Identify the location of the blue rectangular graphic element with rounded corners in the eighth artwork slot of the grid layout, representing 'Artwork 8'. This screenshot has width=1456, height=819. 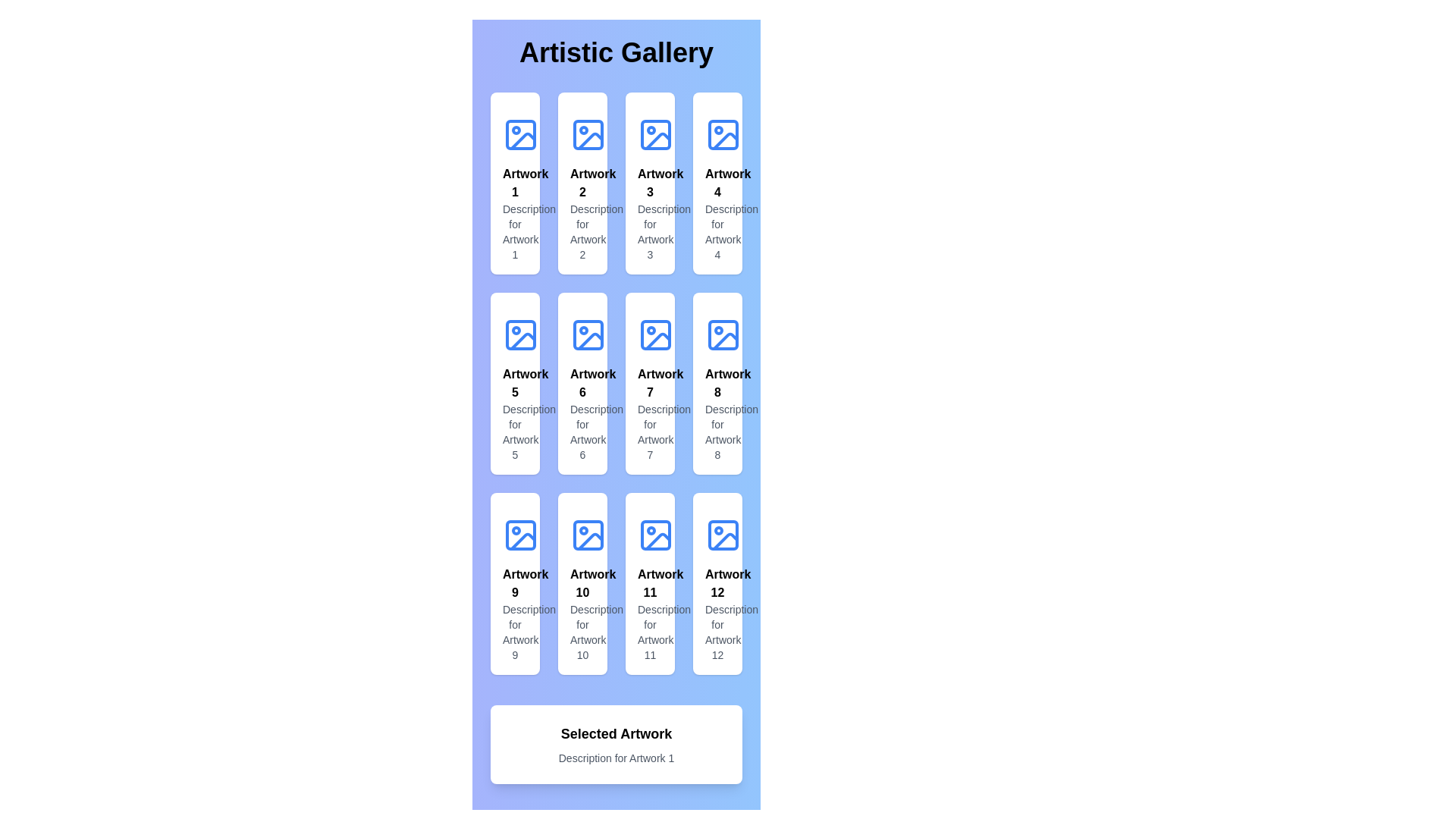
(723, 334).